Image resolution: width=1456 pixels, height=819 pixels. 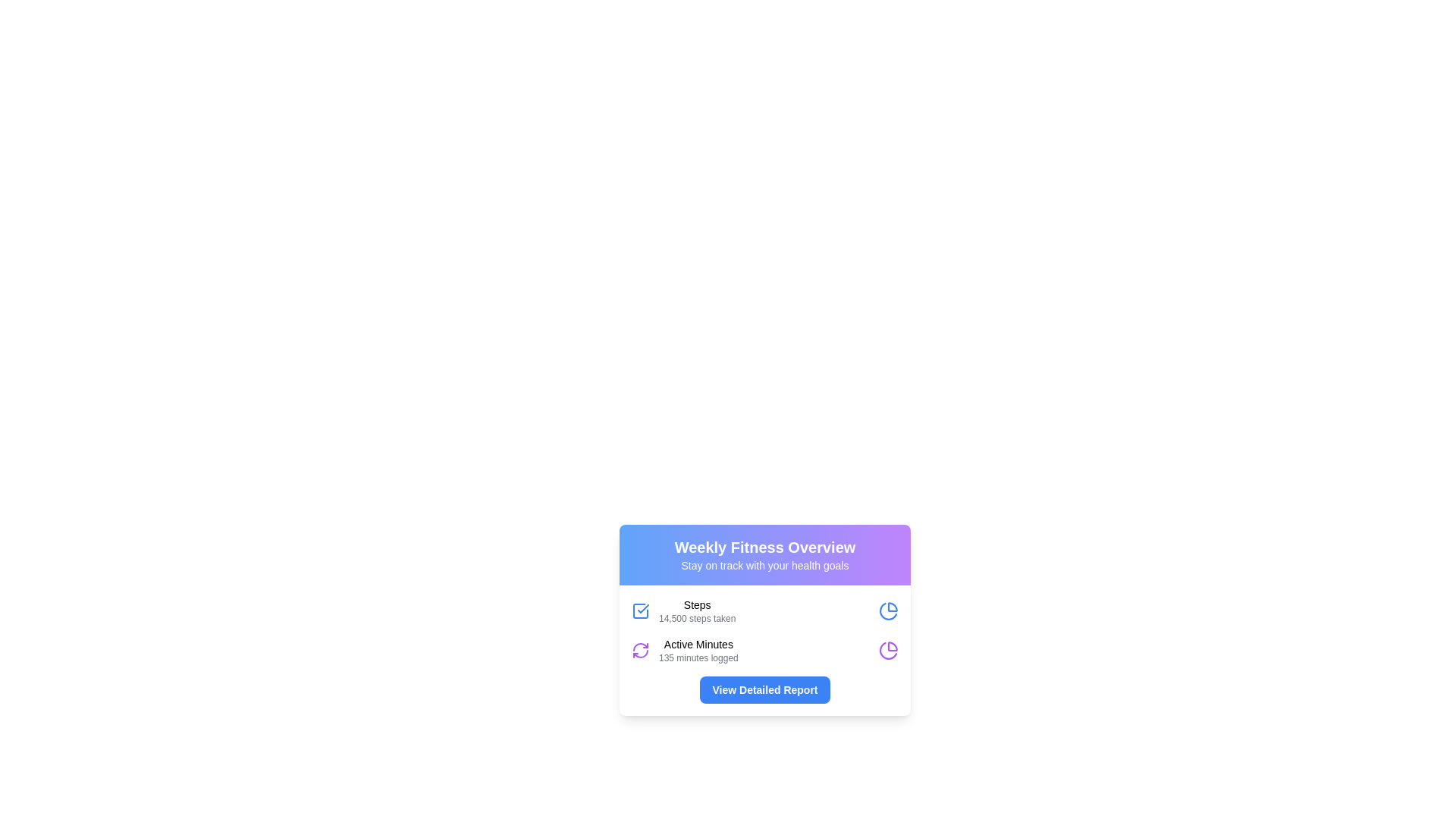 What do you see at coordinates (893, 646) in the screenshot?
I see `the arc-shaped segment of the pie chart icon located in the upper-right quadrant, part of the 'Weekly Fitness Overview' card, above the 'View Detailed Report' button` at bounding box center [893, 646].